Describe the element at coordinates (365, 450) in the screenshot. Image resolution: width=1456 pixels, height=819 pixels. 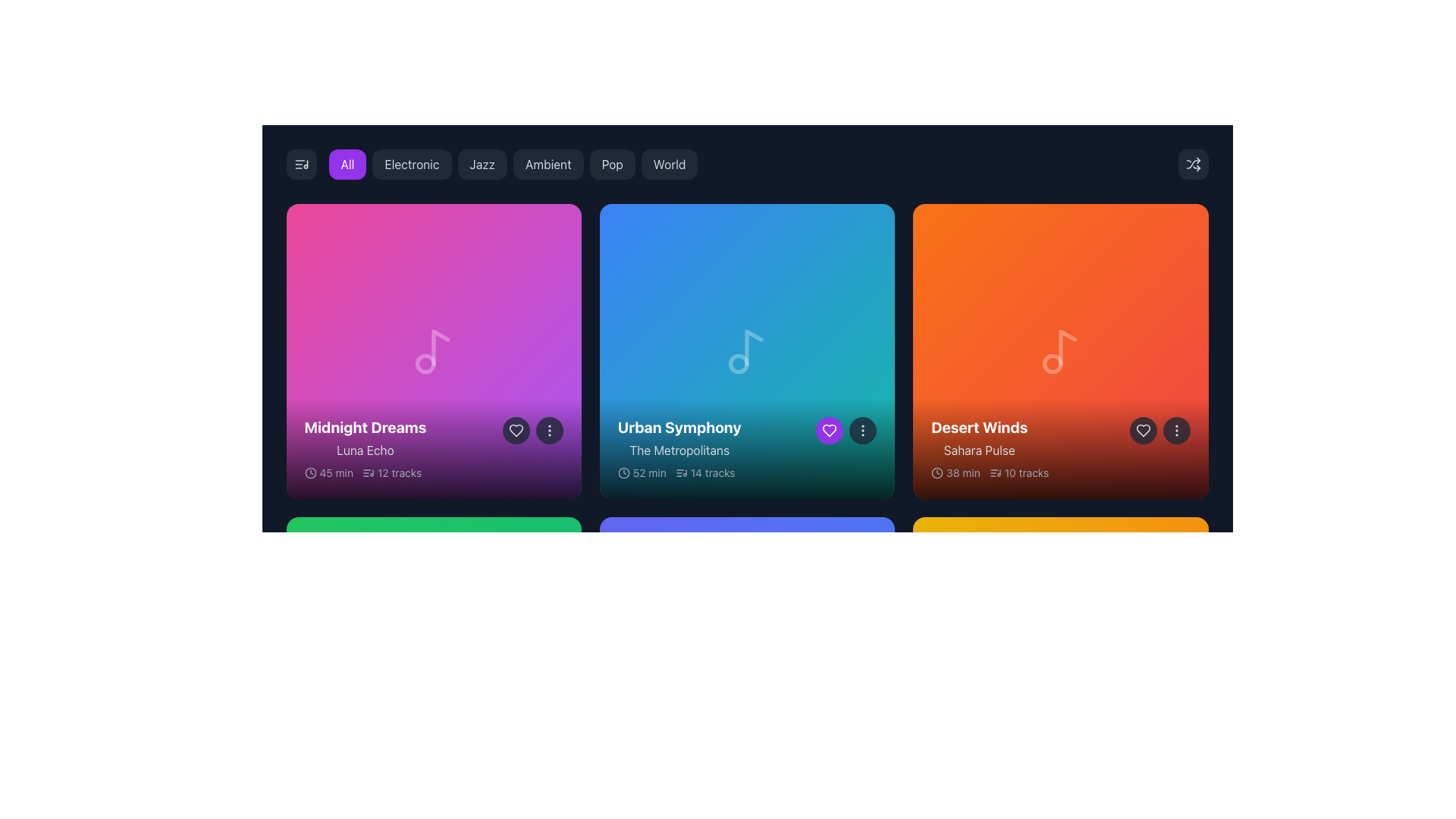
I see `text label displaying 'Luna Echo' styled in light gray color against a purple background, located directly beneath 'Midnight Dreams'` at that location.